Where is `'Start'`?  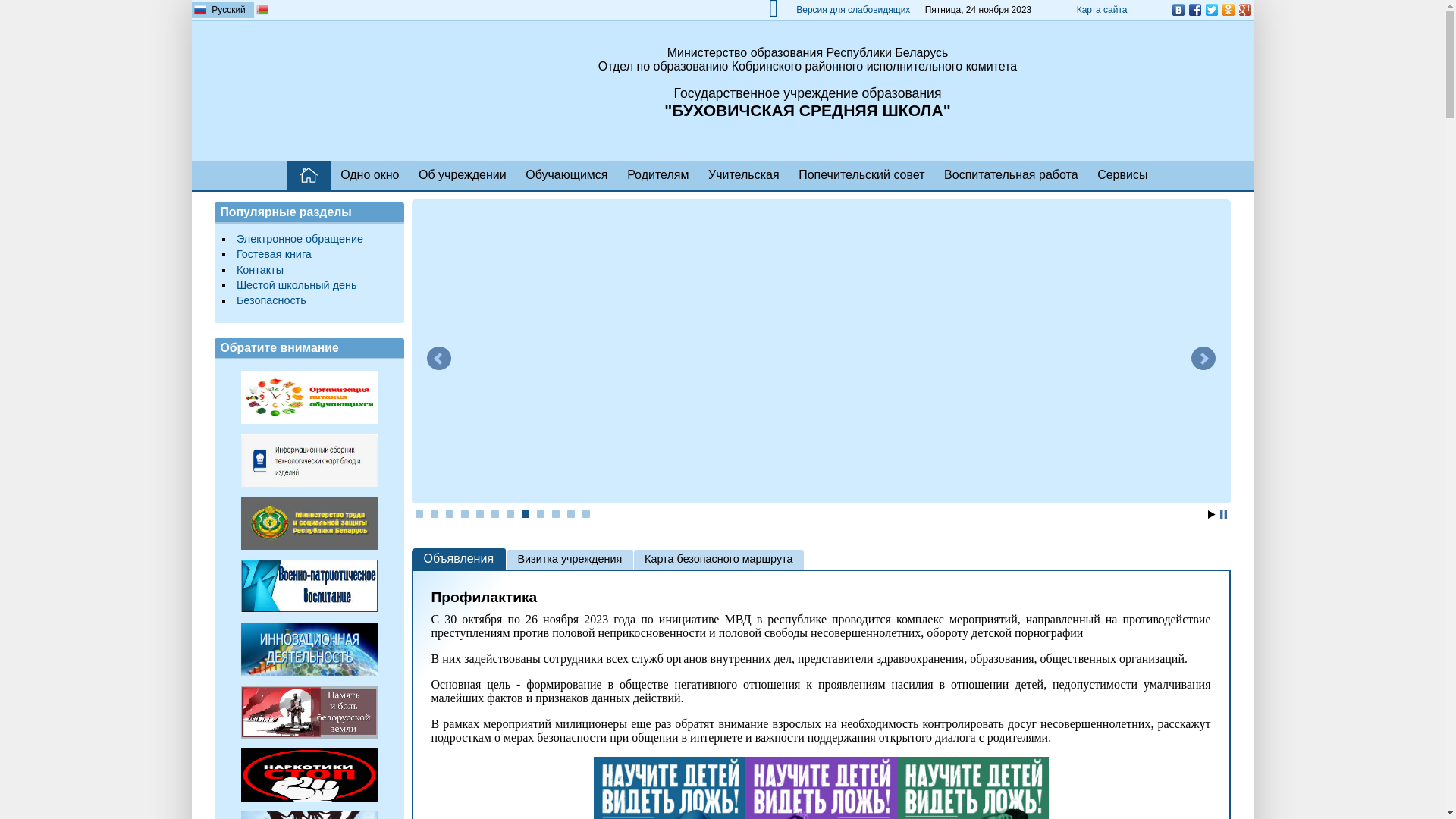 'Start' is located at coordinates (1207, 513).